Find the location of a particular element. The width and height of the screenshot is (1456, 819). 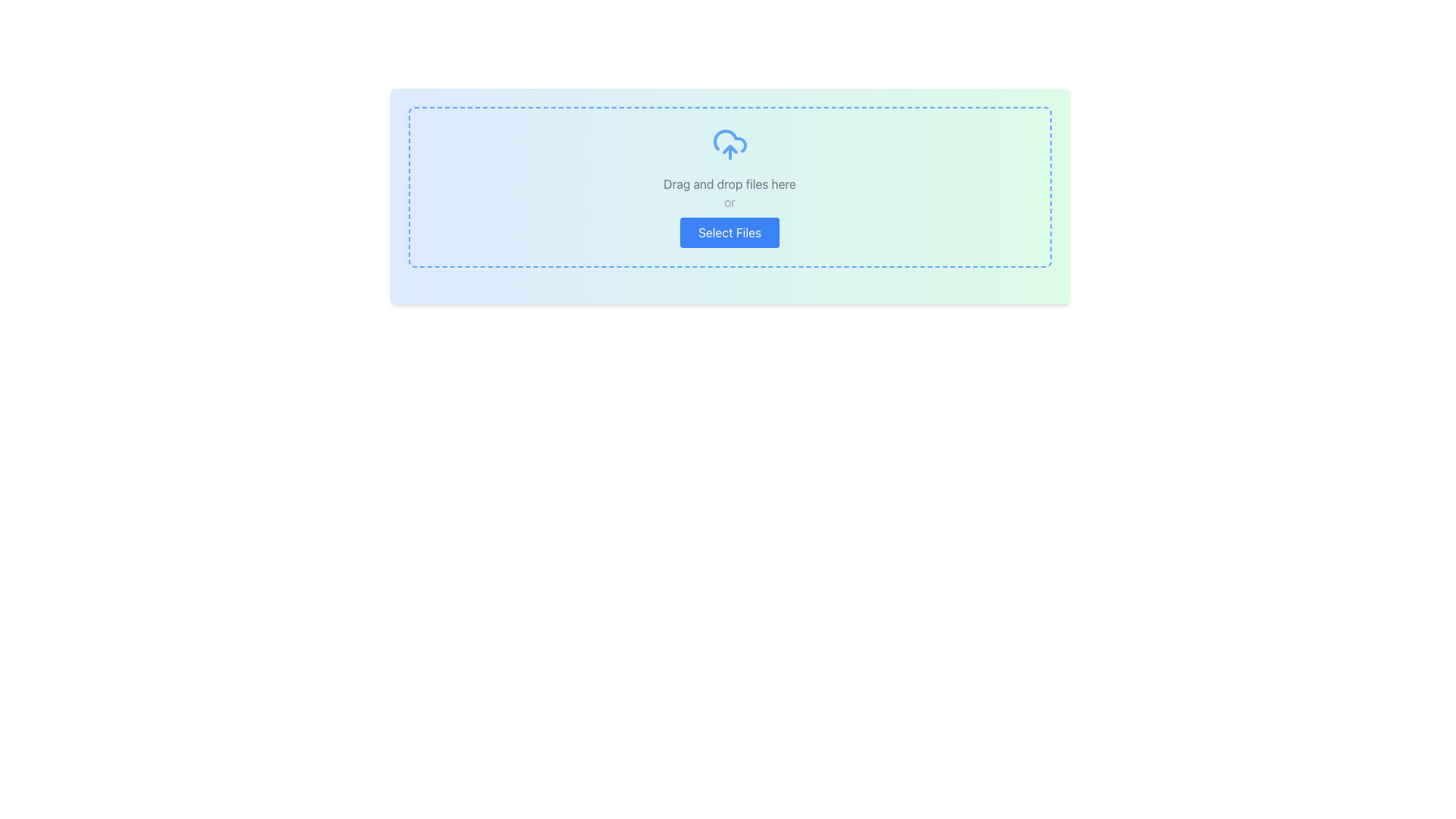

files onto the file upload area, which features a gradient background, dashed border, and a centered upload icon, as well as the text 'Drag and drop files here', 'or', and a 'Select Files' button is located at coordinates (730, 195).